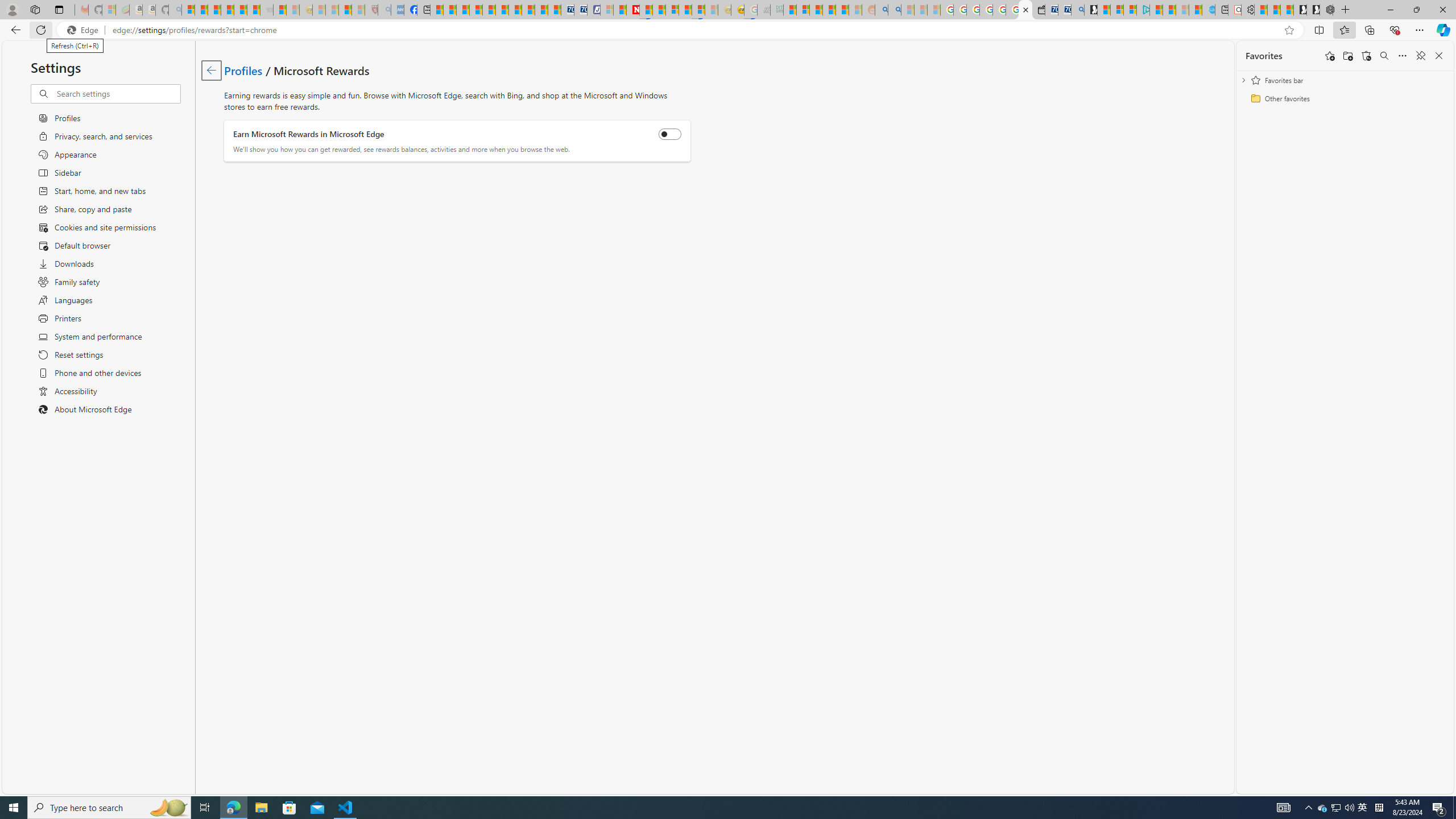 This screenshot has width=1456, height=819. What do you see at coordinates (213, 9) in the screenshot?
I see `'The Weather Channel - MSN'` at bounding box center [213, 9].